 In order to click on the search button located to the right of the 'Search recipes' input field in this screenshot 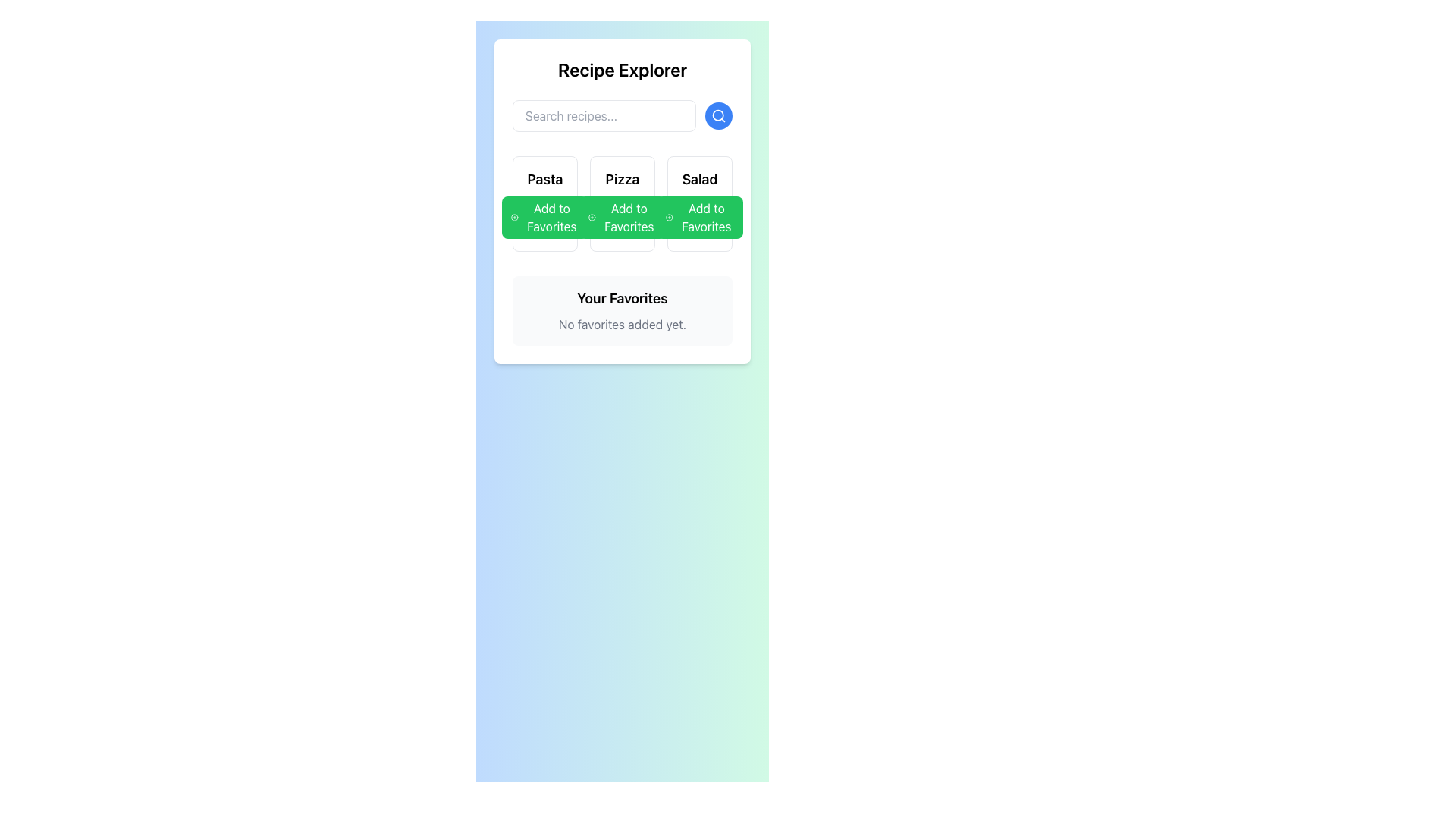, I will do `click(718, 115)`.